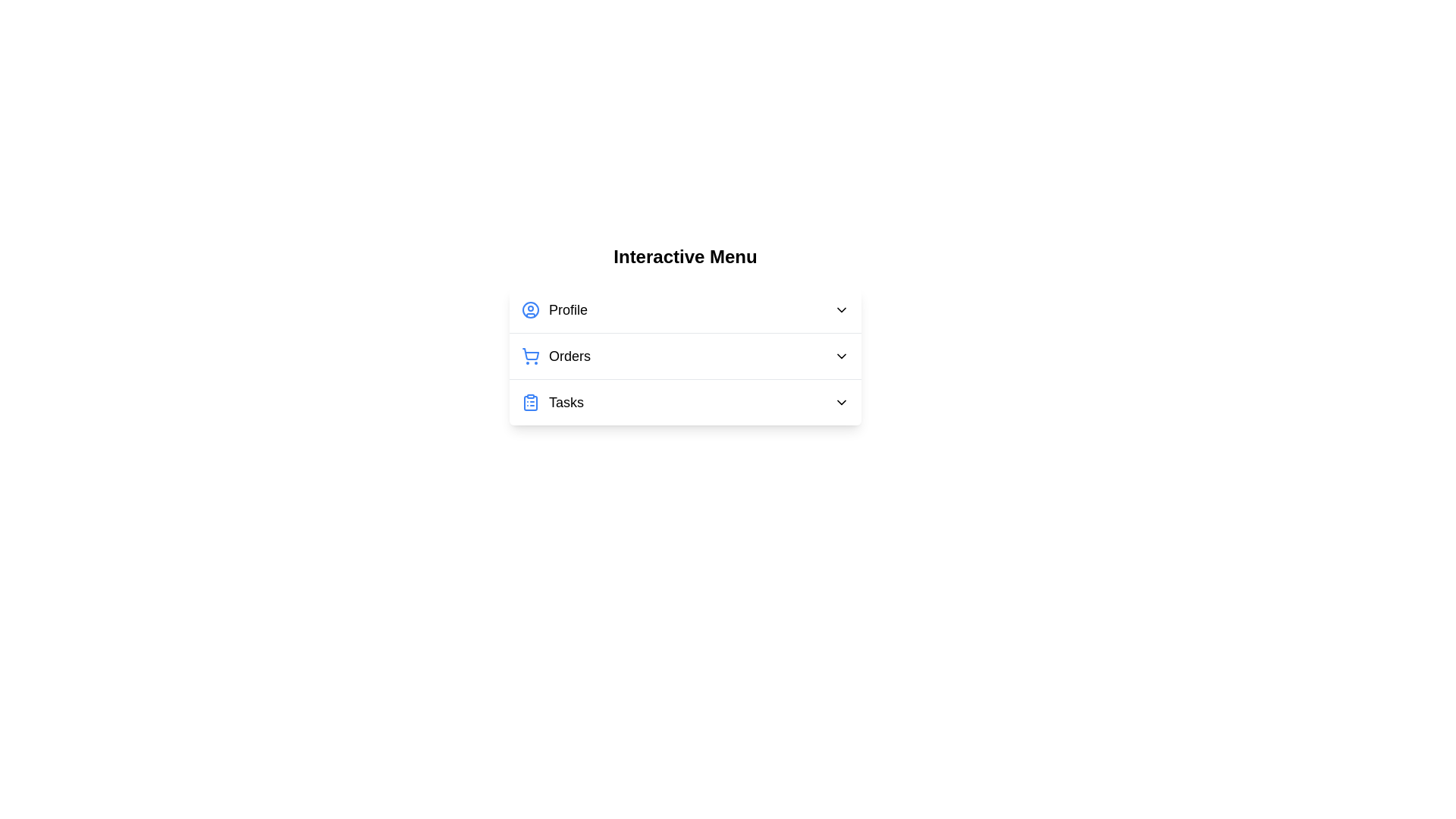 Image resolution: width=1456 pixels, height=819 pixels. I want to click on the chevron icon on the far right of the 'Tasks' section, so click(840, 402).